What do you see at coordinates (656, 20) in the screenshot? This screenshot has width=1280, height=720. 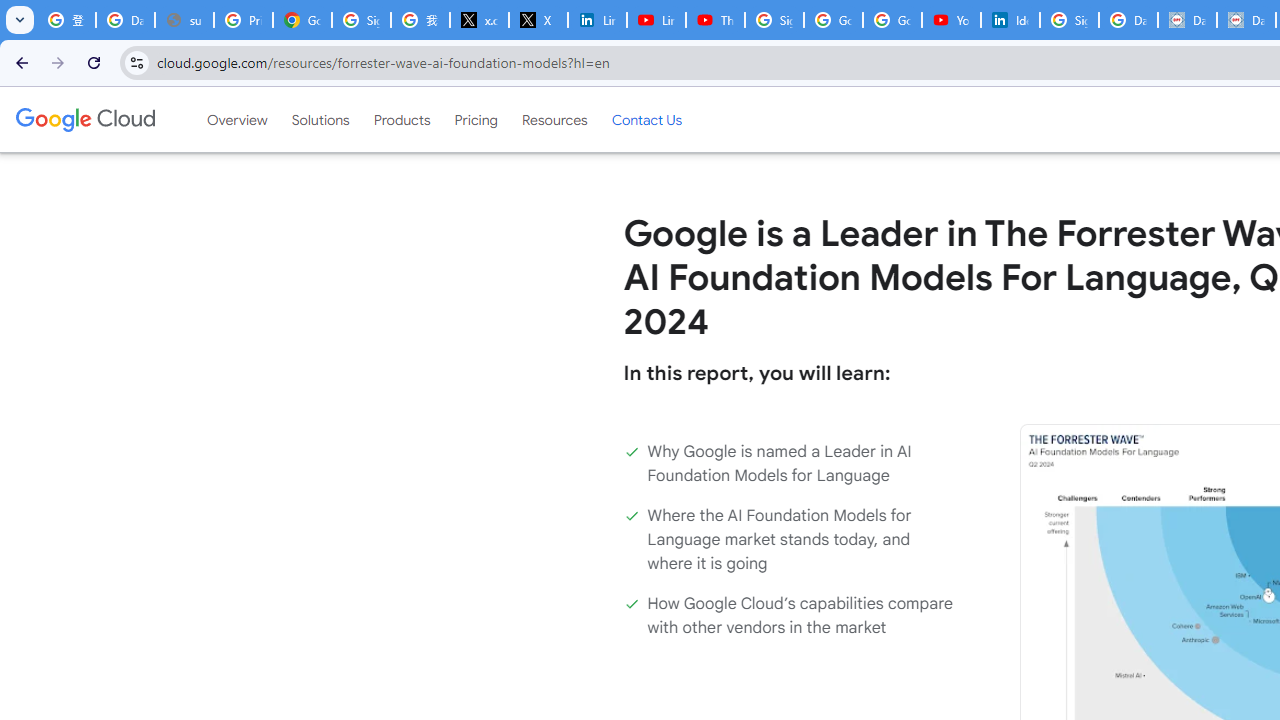 I see `'LinkedIn - YouTube'` at bounding box center [656, 20].